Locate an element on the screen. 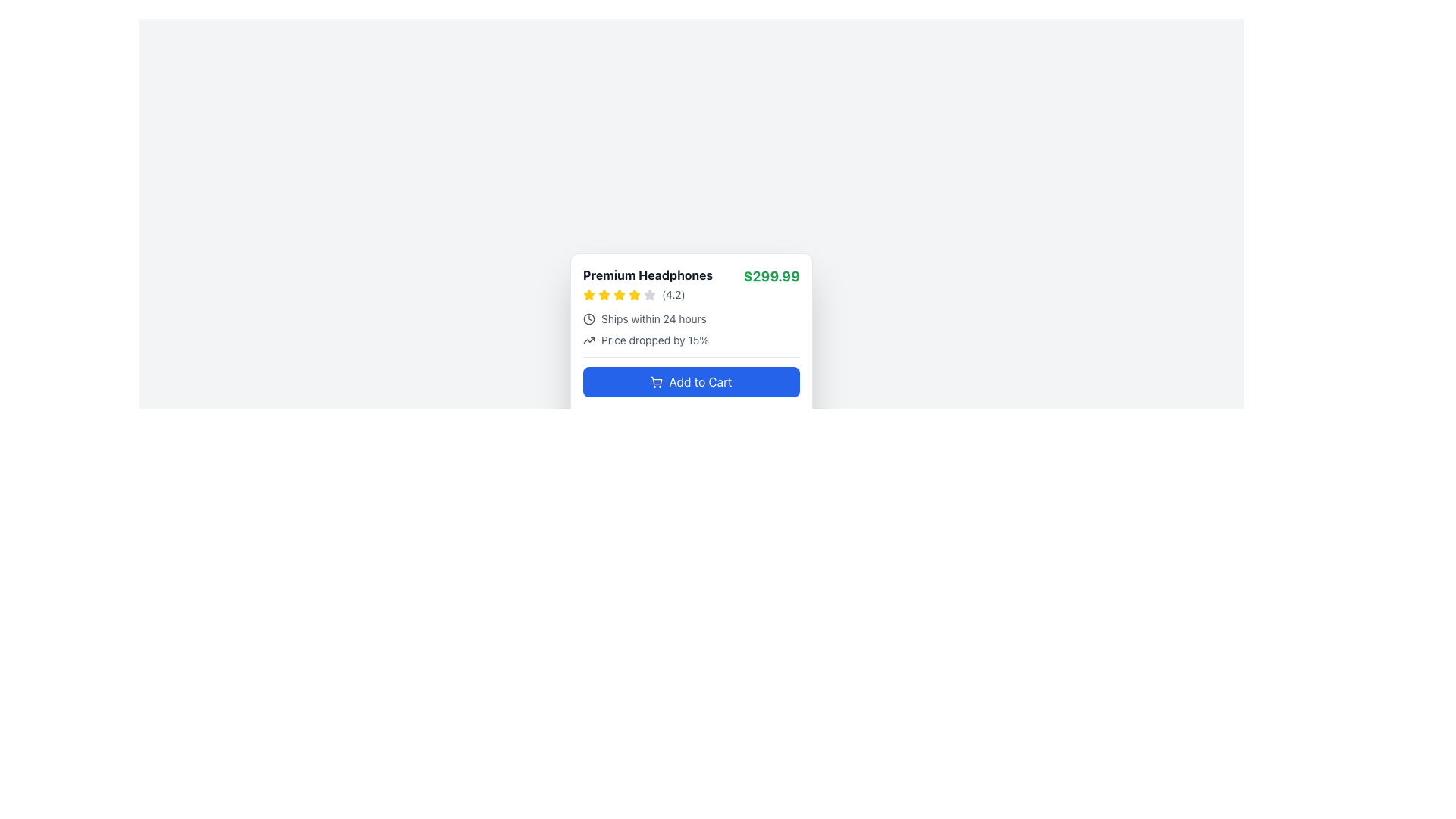 The image size is (1456, 819). the bright blue 'Add to Cart' button with a shopping cart icon is located at coordinates (691, 393).